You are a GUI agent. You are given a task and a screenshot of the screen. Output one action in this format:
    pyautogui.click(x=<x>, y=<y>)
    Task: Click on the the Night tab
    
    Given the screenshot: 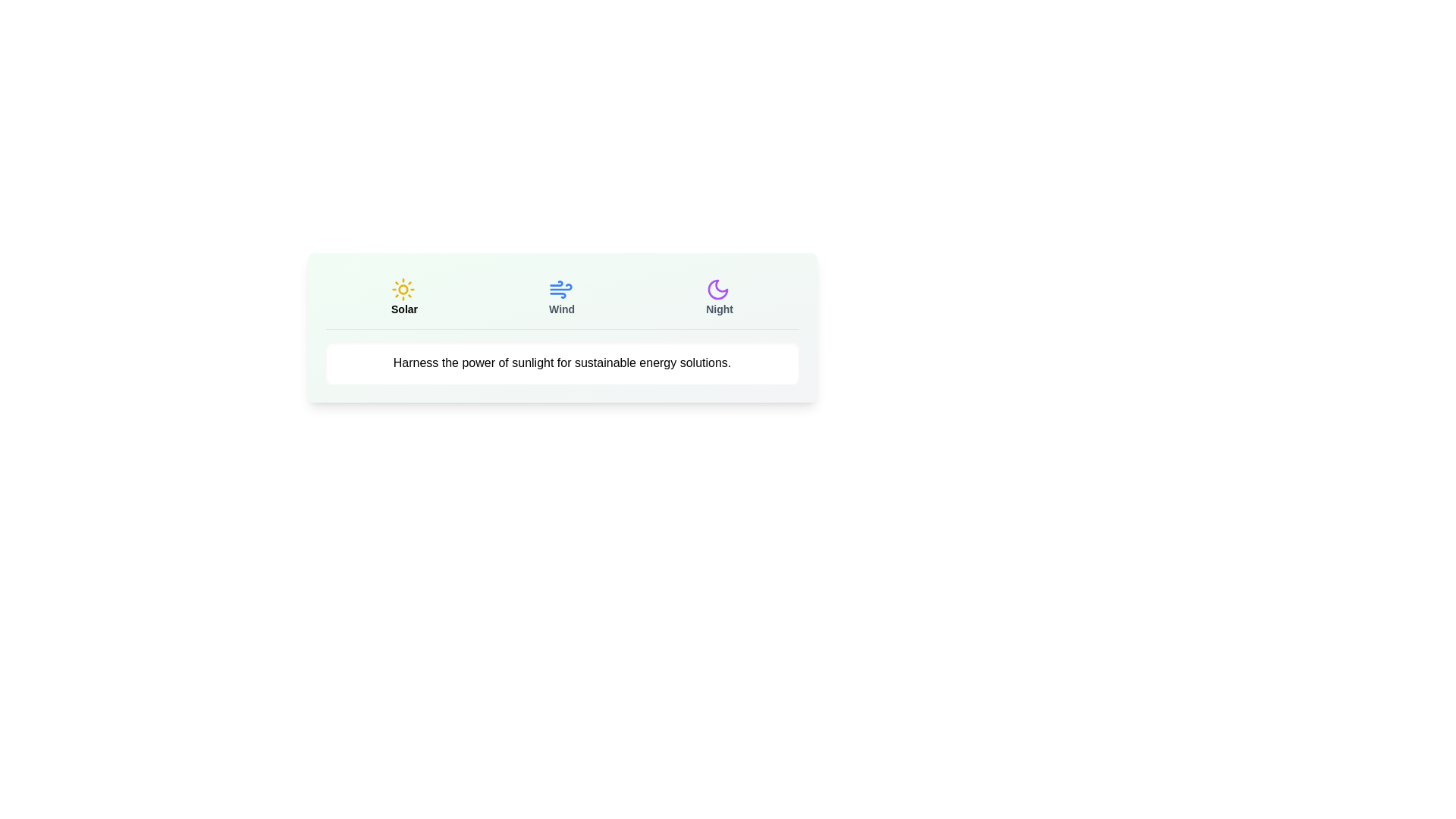 What is the action you would take?
    pyautogui.click(x=719, y=297)
    